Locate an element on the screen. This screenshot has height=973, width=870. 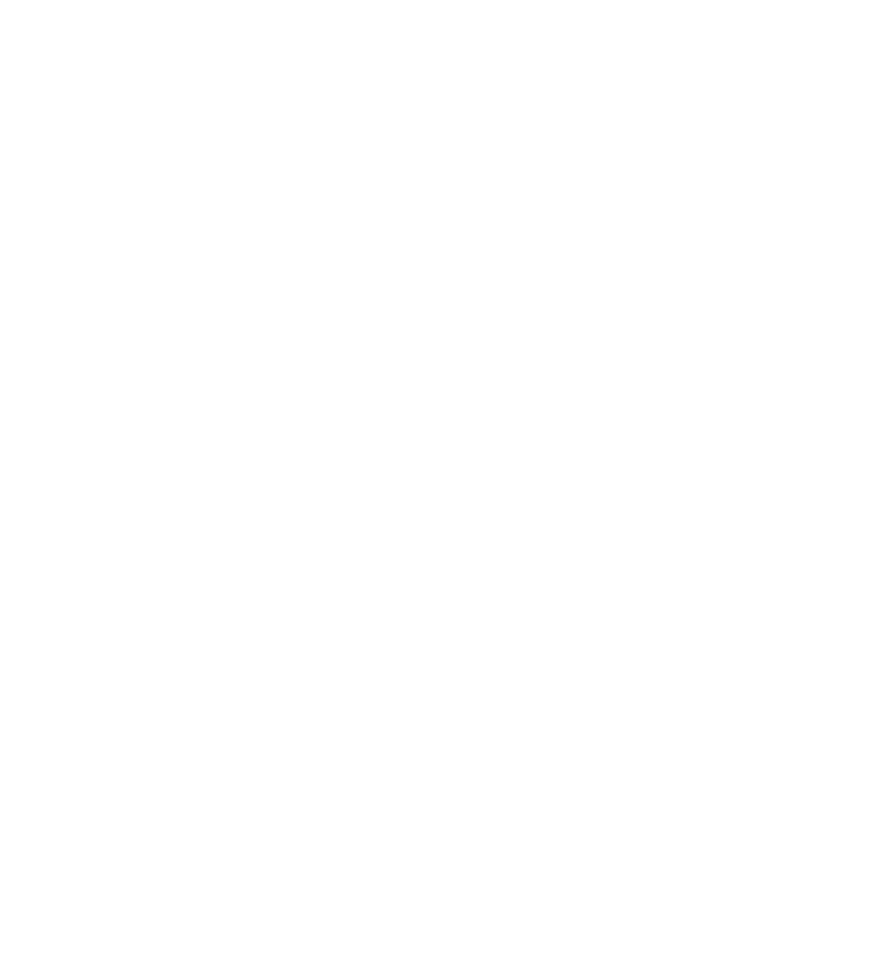
'Published: 10/09/2023' is located at coordinates (377, 898).